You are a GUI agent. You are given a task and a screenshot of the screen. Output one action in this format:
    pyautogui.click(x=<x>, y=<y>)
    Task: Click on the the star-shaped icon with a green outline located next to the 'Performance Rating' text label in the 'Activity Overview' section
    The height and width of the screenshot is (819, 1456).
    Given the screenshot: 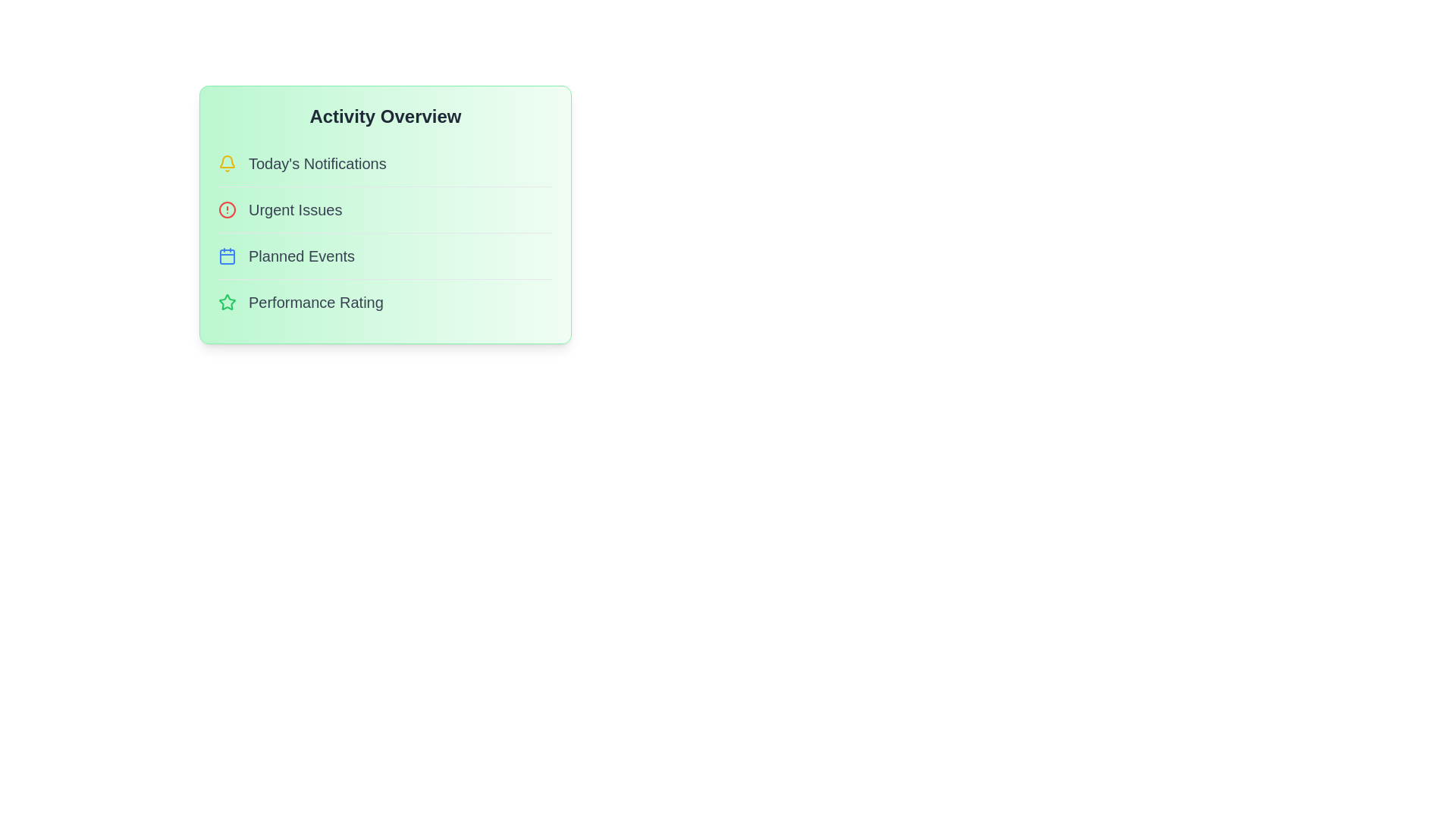 What is the action you would take?
    pyautogui.click(x=226, y=302)
    